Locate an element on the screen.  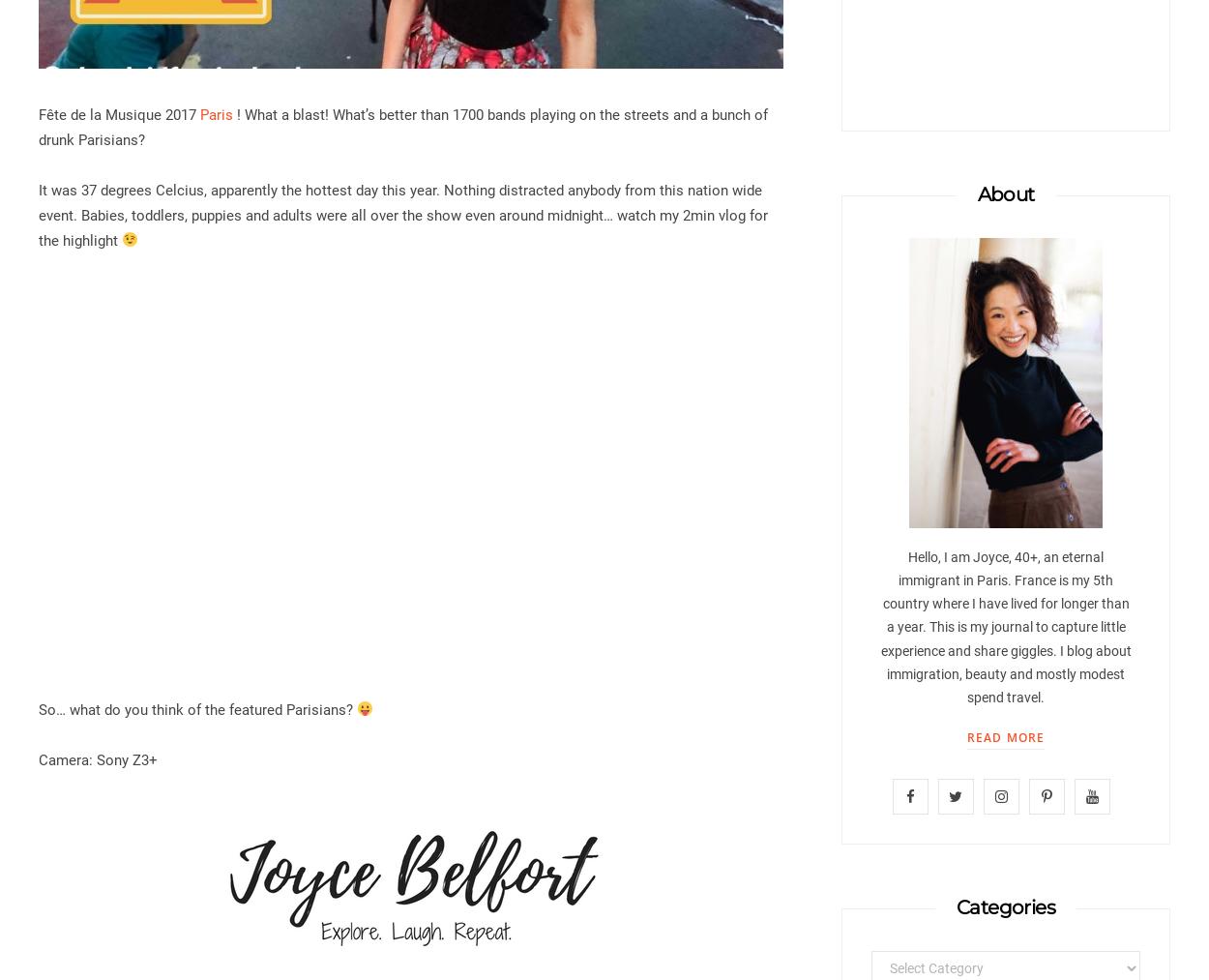
'! What a blast! What’s better than 1700 bands playing on the streets and a bunch of drunk Parisians?' is located at coordinates (403, 126).